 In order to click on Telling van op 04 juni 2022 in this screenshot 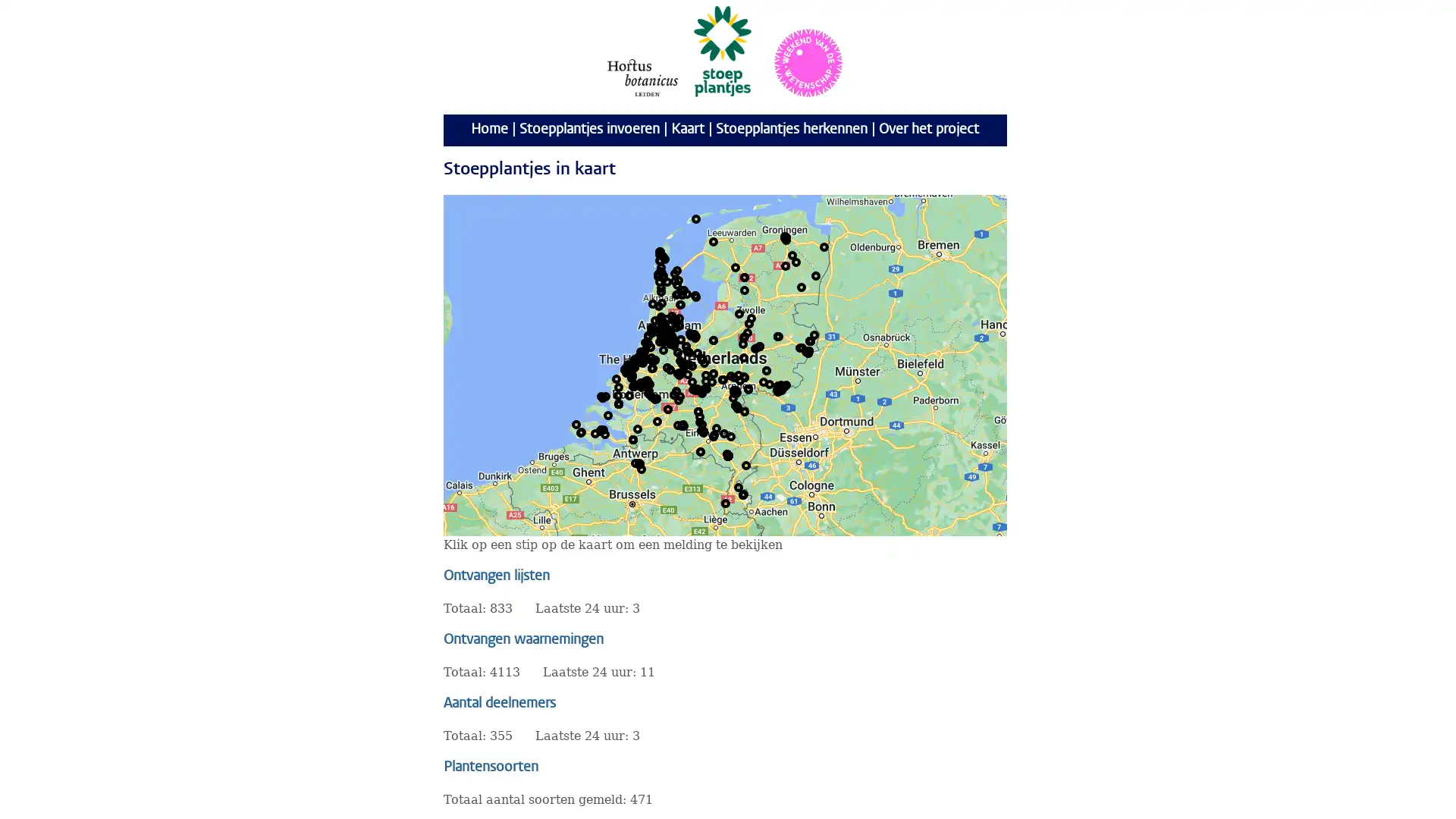, I will do `click(673, 342)`.